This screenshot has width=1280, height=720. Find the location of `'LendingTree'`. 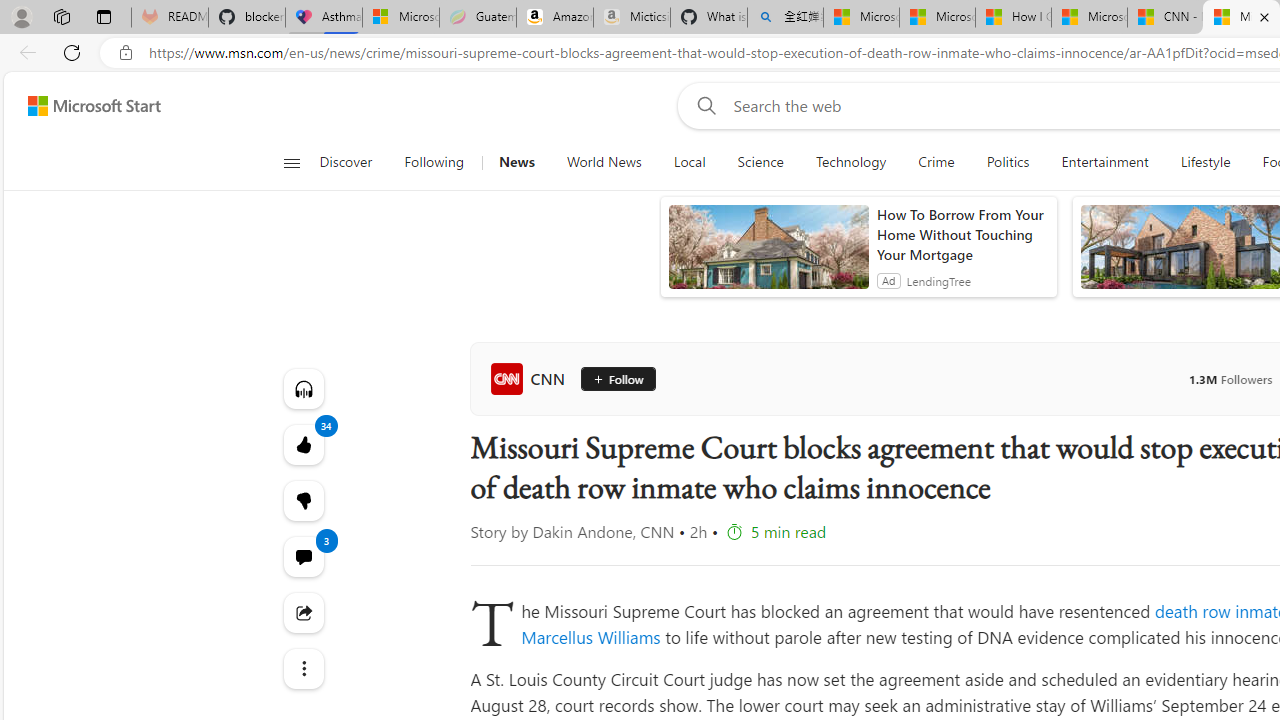

'LendingTree' is located at coordinates (937, 280).